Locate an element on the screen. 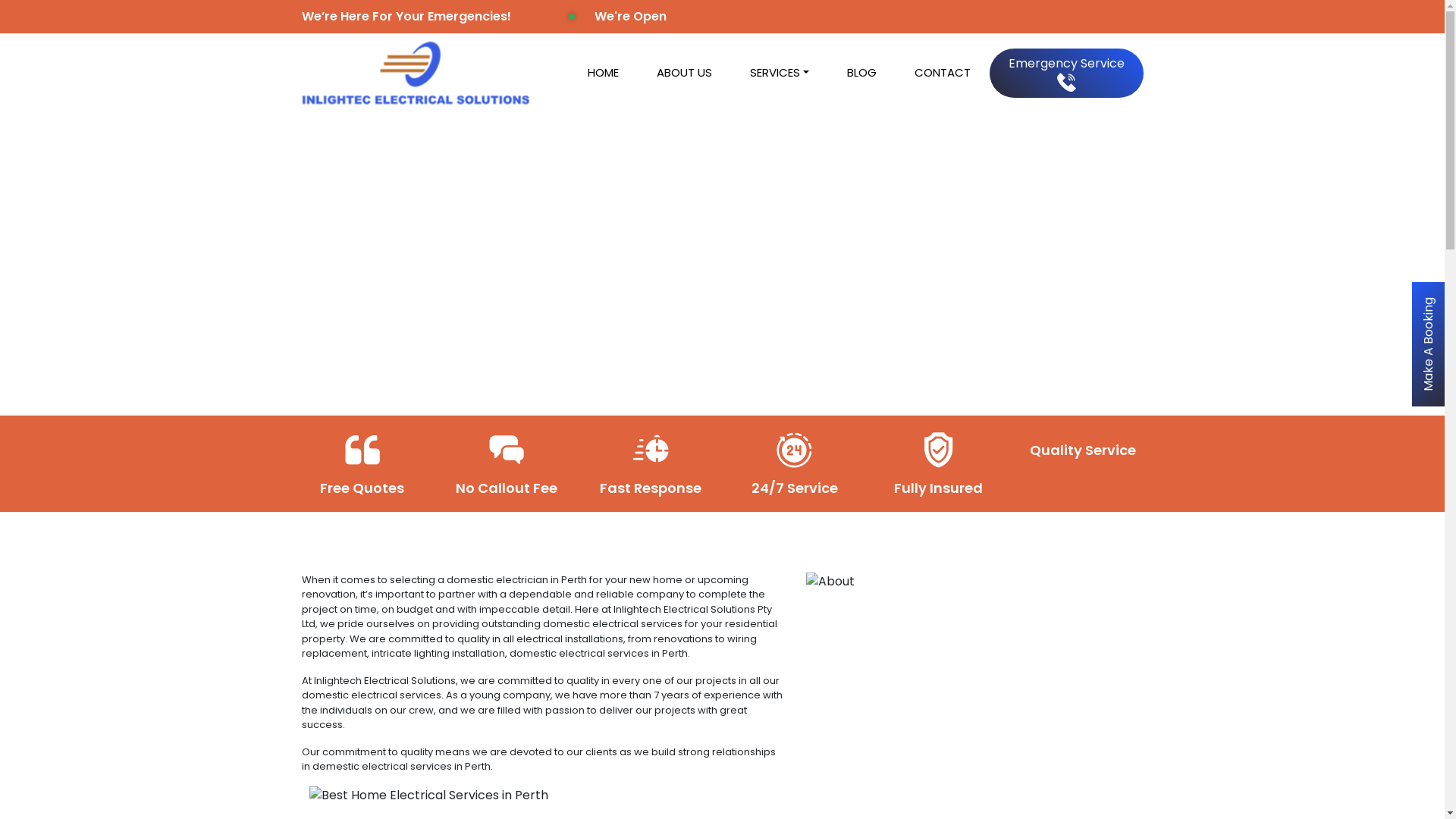  'ABOUT US' is located at coordinates (683, 73).